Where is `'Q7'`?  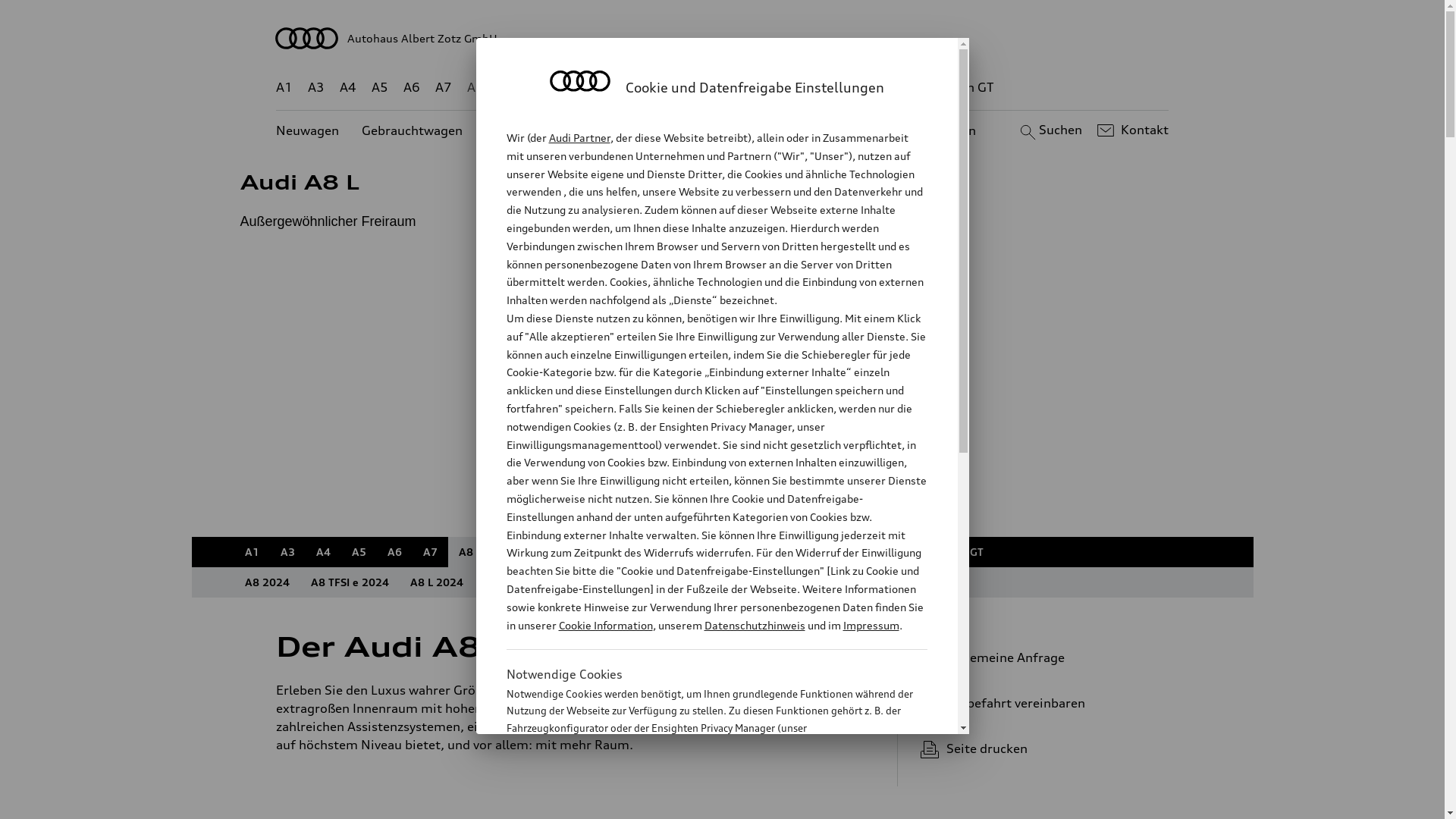 'Q7' is located at coordinates (677, 87).